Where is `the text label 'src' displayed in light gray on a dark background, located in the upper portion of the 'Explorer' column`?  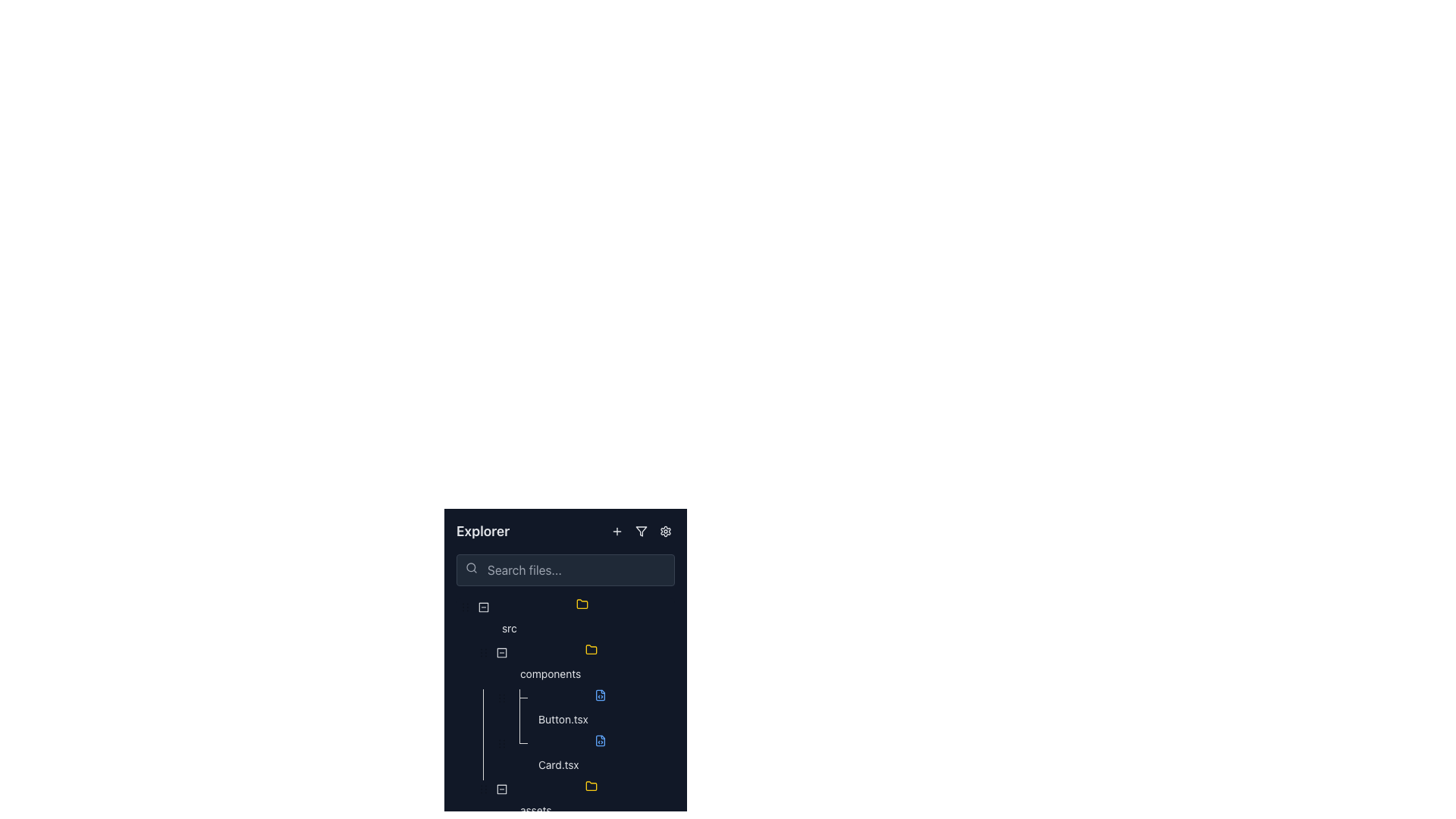 the text label 'src' displayed in light gray on a dark background, located in the upper portion of the 'Explorer' column is located at coordinates (510, 629).